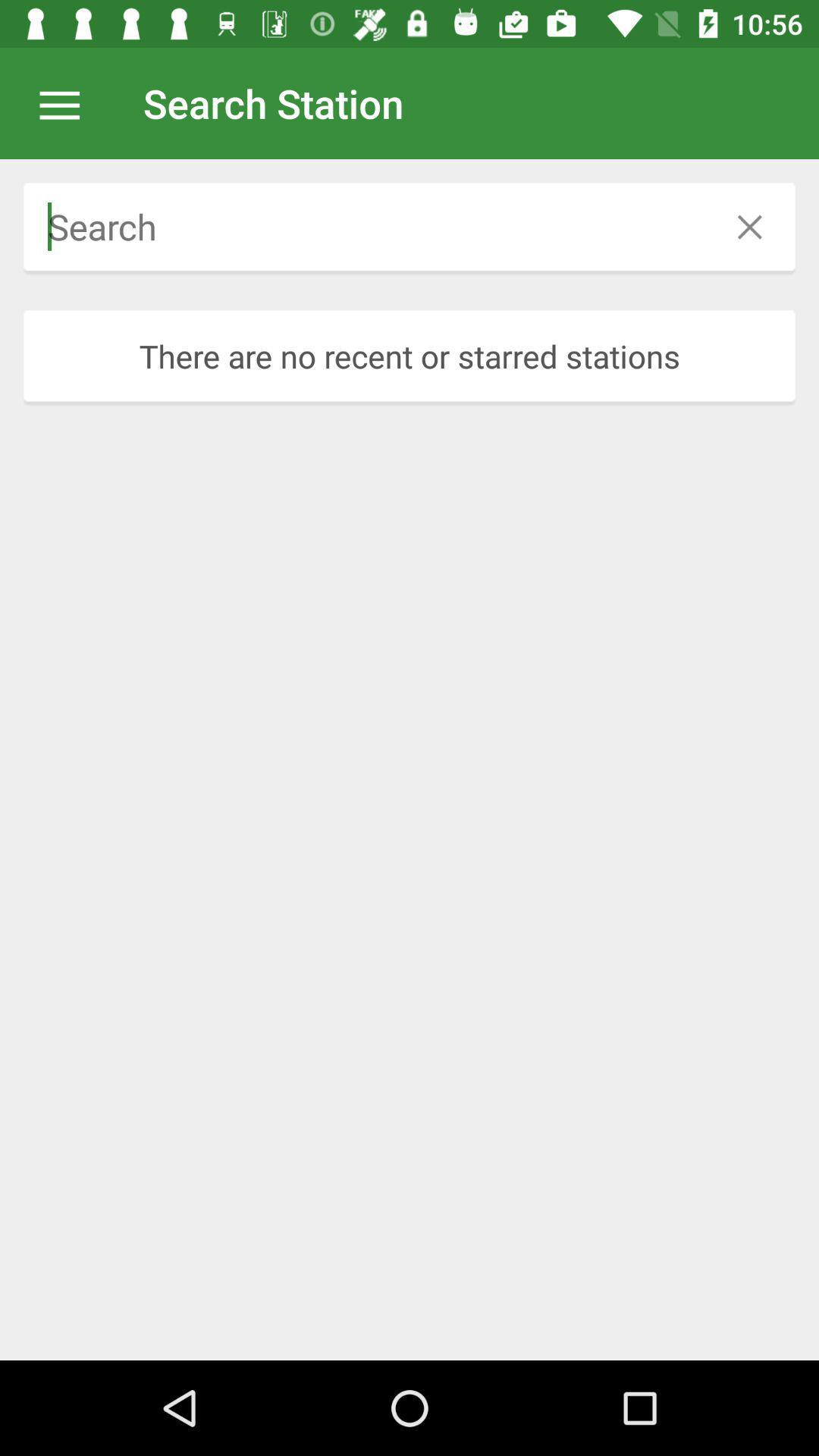 The image size is (819, 1456). Describe the element at coordinates (364, 226) in the screenshot. I see `what to search` at that location.